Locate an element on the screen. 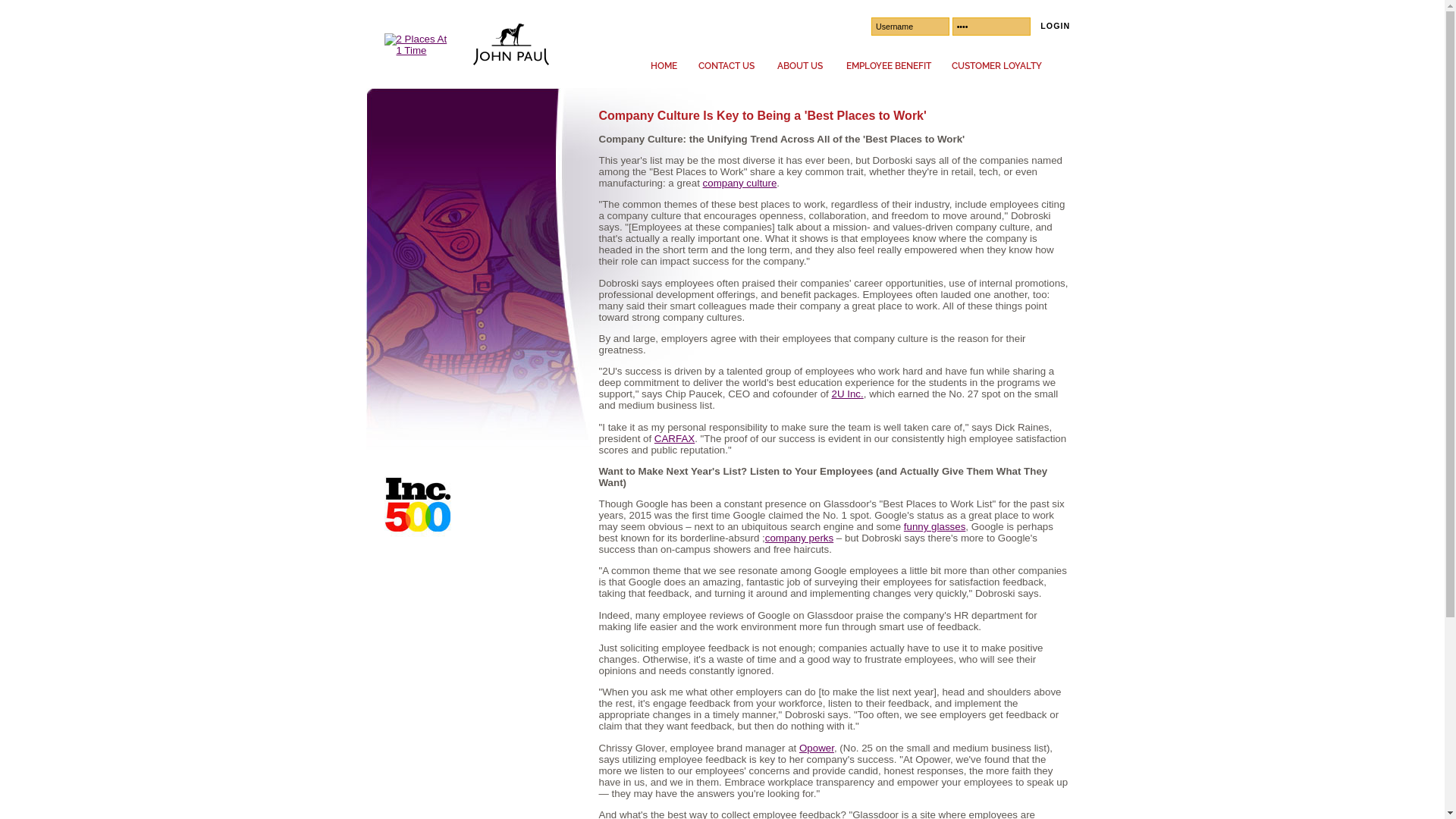  'ABOUT US' is located at coordinates (799, 65).